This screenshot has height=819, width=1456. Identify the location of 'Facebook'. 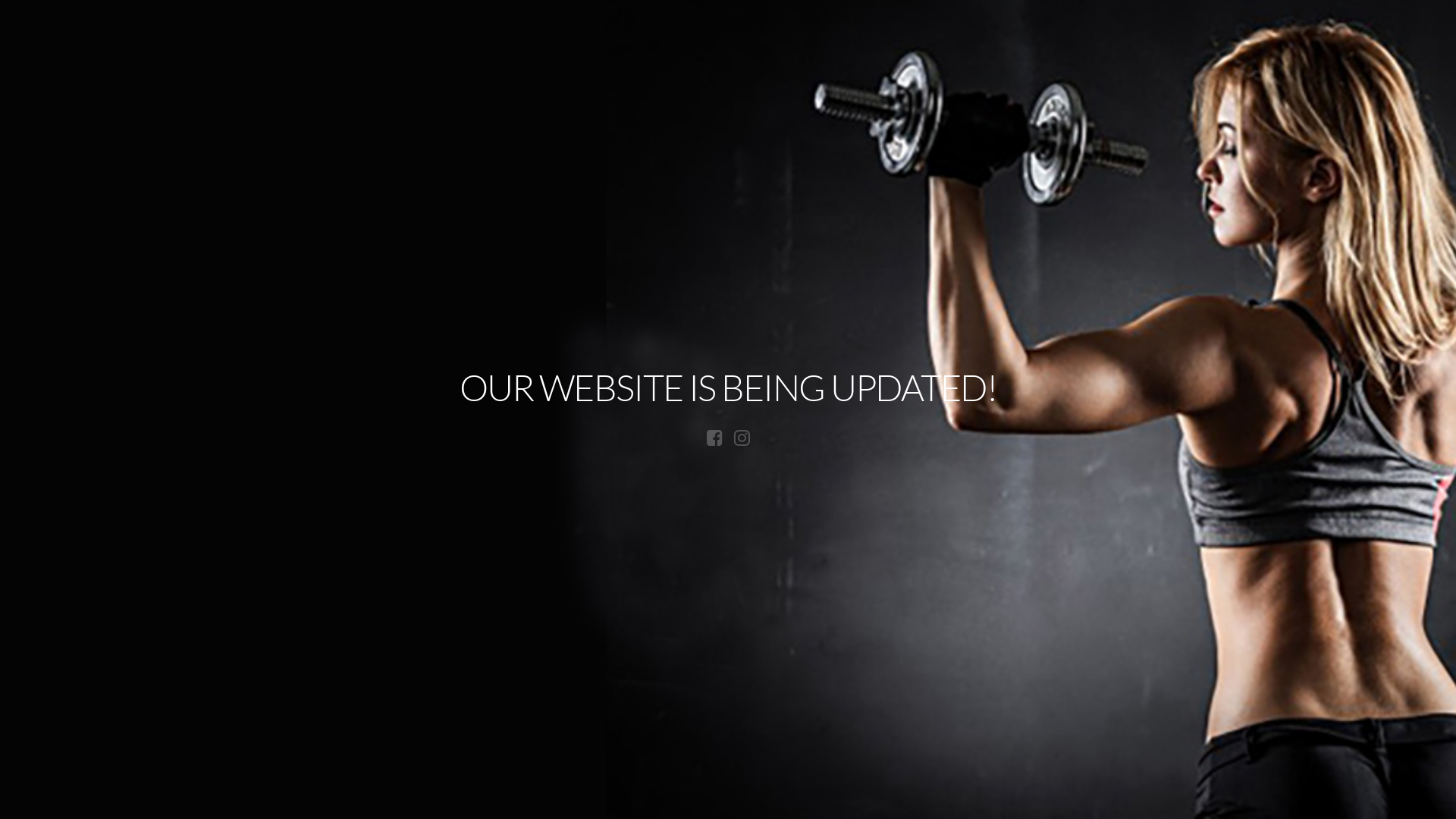
(714, 438).